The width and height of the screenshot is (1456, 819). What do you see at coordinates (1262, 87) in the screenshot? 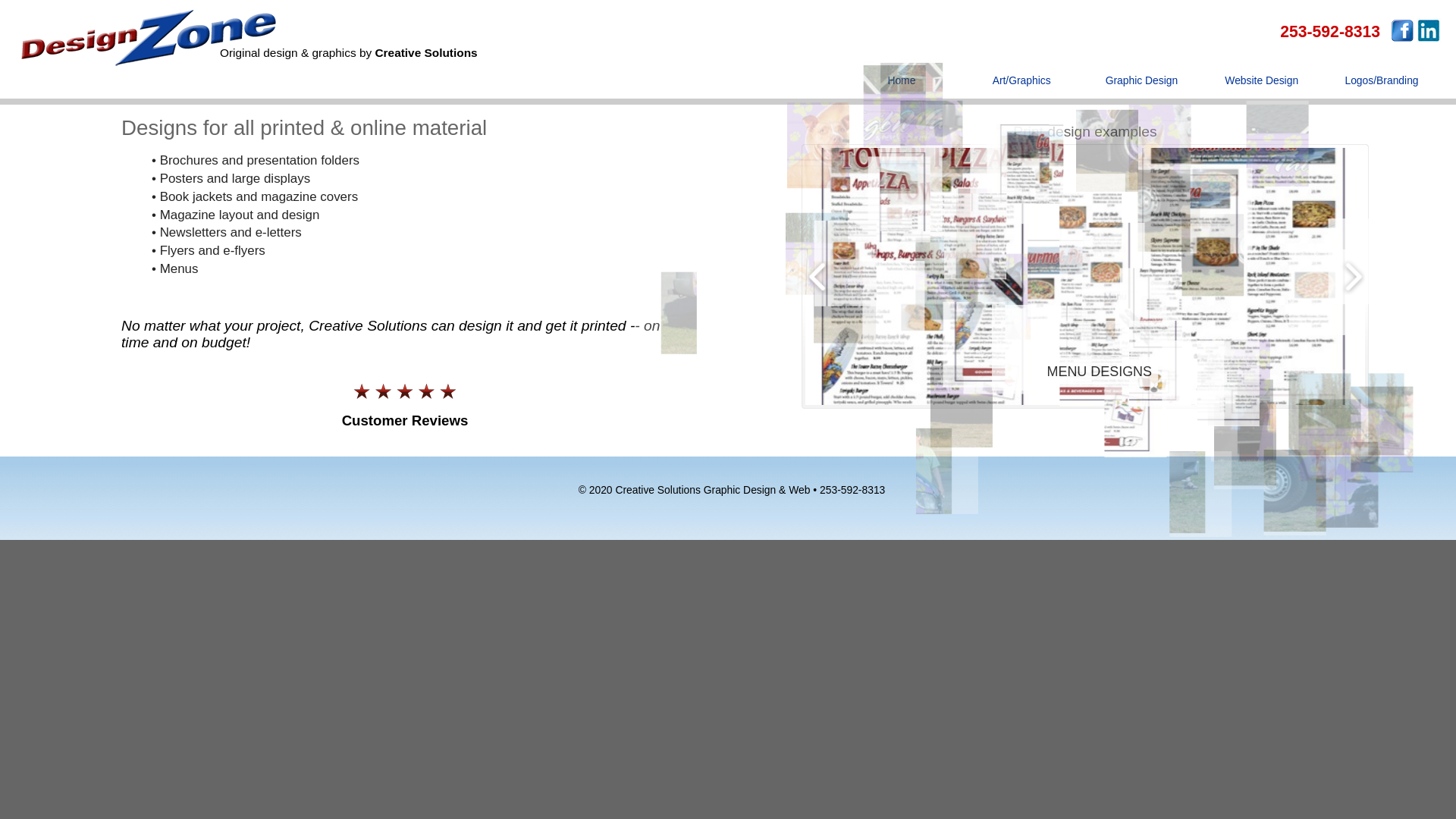
I see `'Website Design'` at bounding box center [1262, 87].